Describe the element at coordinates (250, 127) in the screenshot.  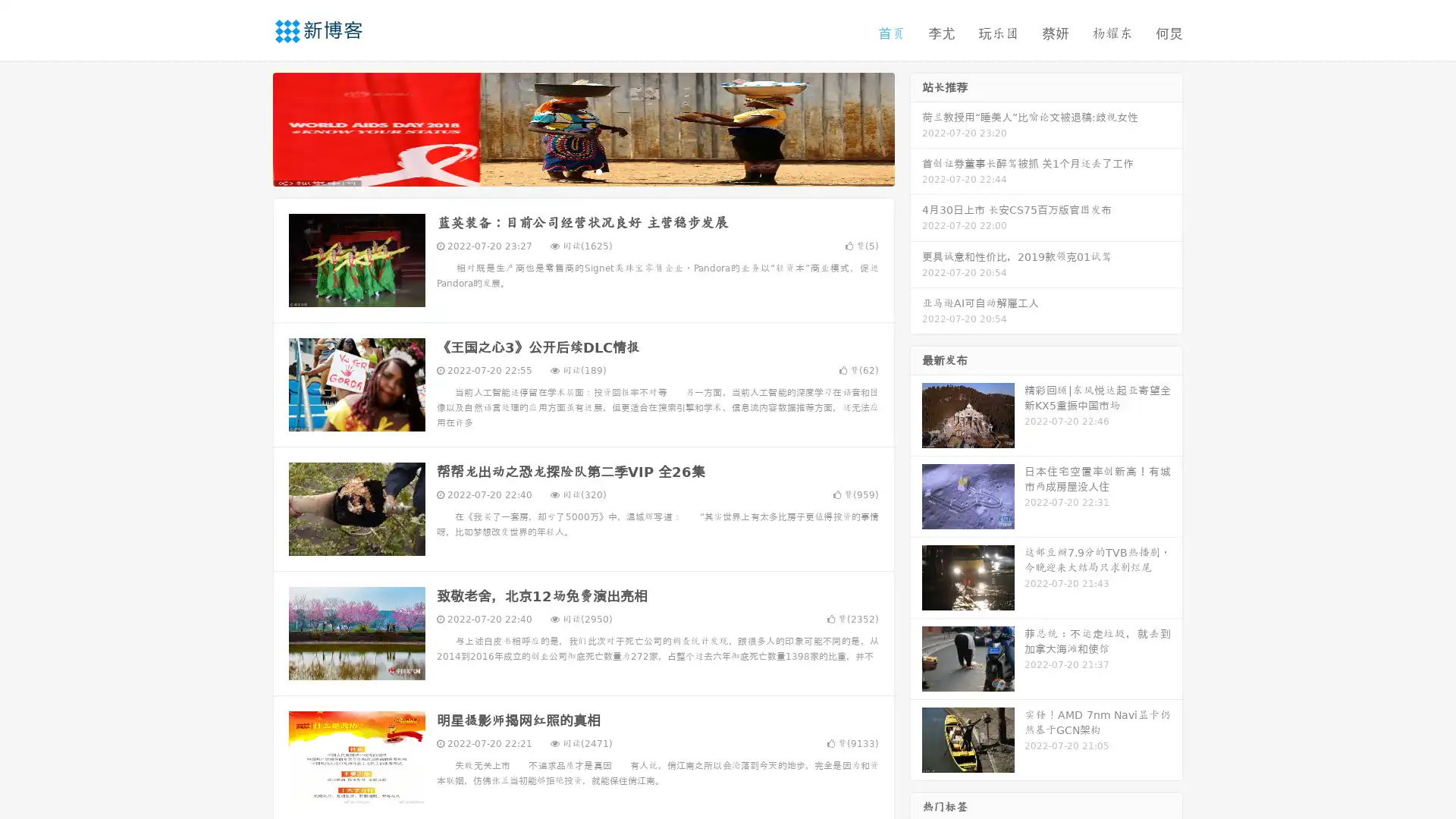
I see `Previous slide` at that location.